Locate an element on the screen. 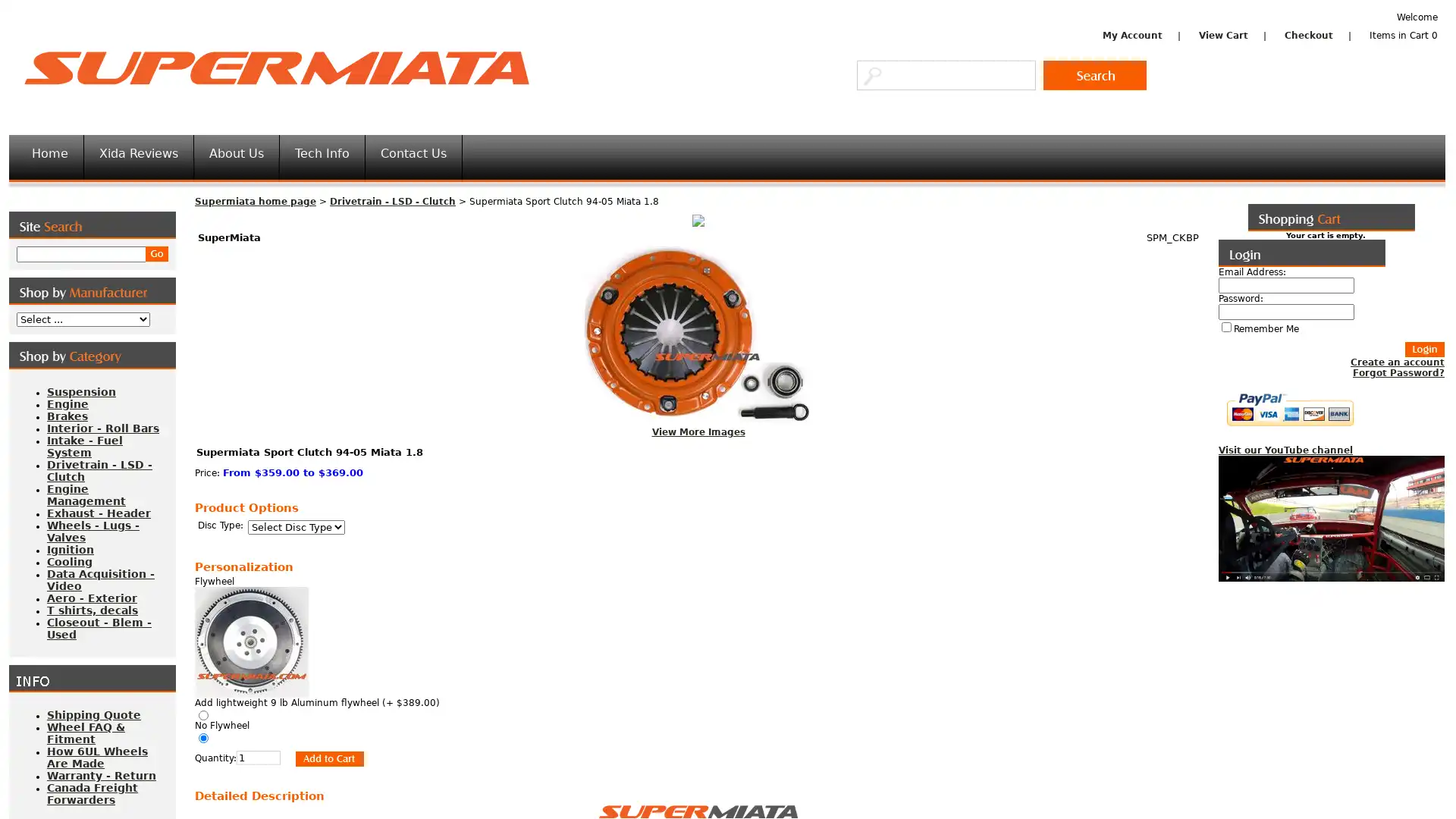 The image size is (1456, 819). Go is located at coordinates (156, 253).